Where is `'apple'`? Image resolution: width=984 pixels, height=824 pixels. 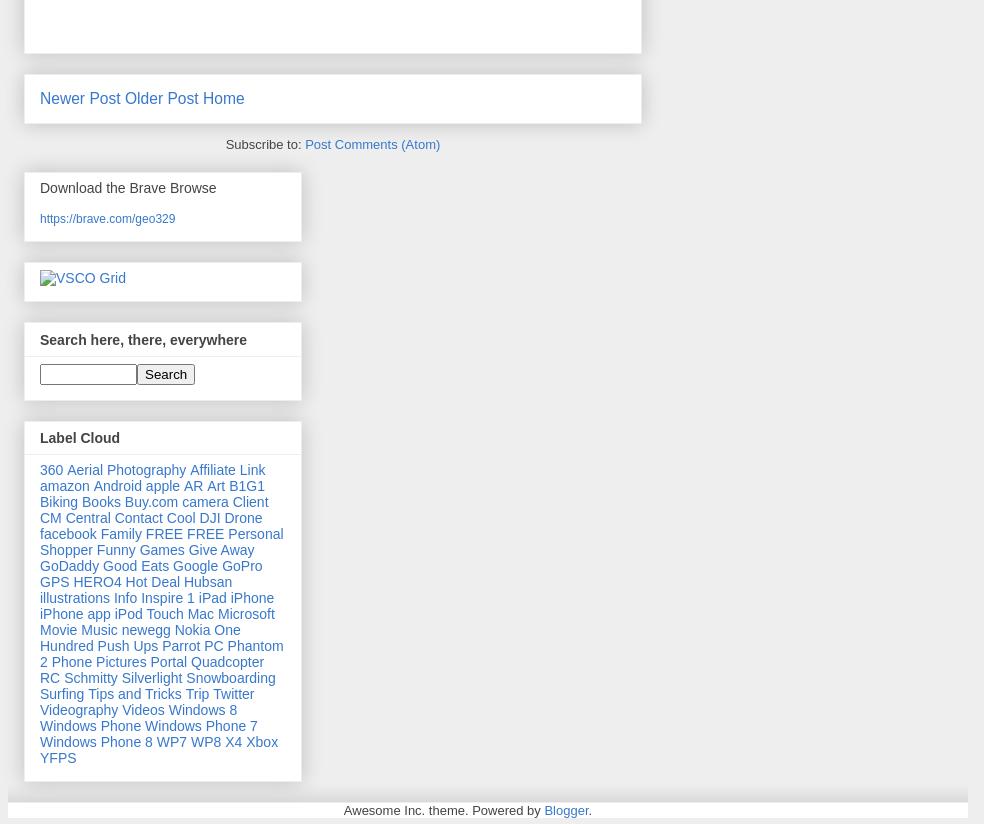
'apple' is located at coordinates (162, 484).